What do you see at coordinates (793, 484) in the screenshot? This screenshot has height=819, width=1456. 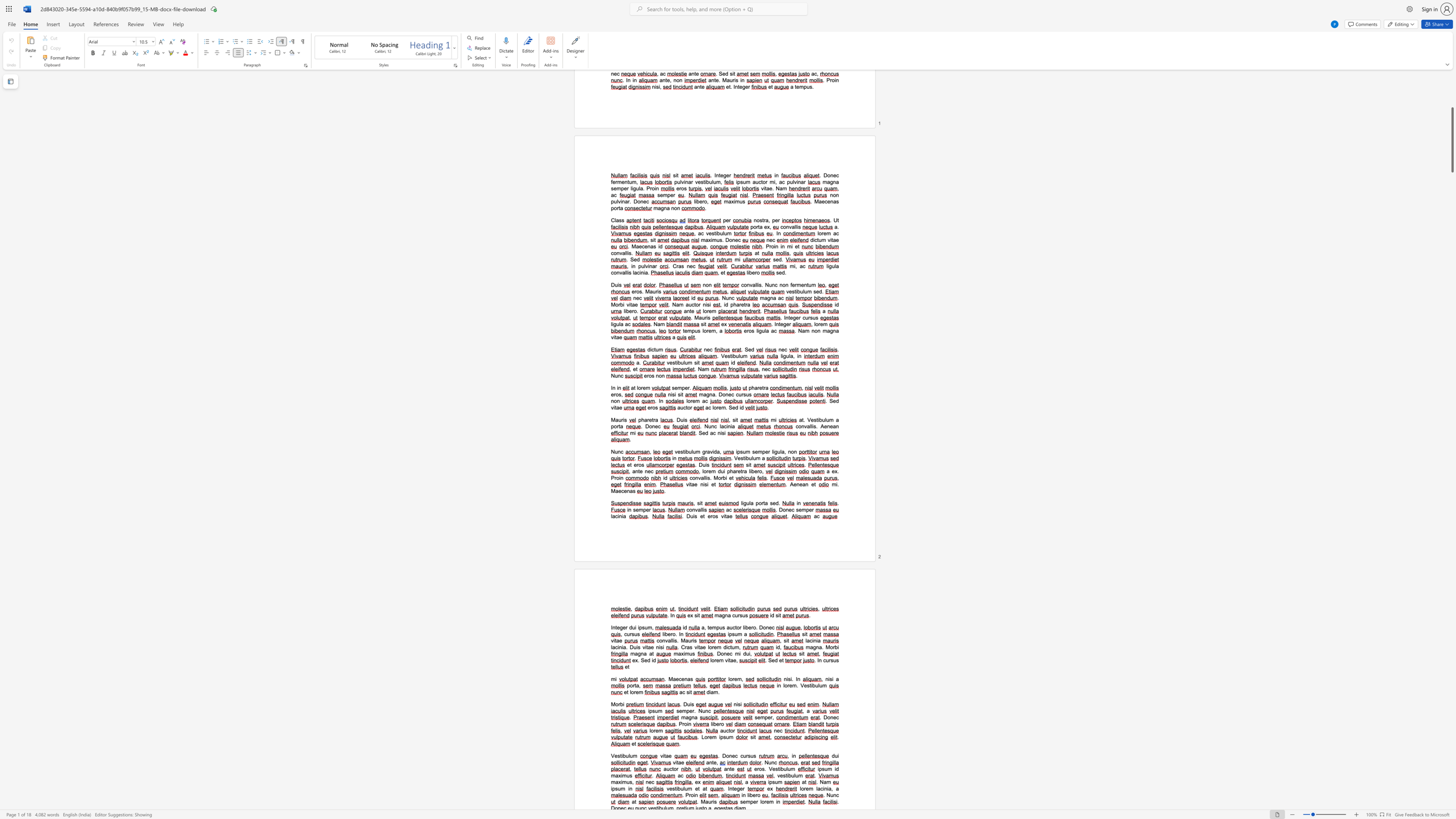 I see `the space between the continuous character "A" and "e" in the text` at bounding box center [793, 484].